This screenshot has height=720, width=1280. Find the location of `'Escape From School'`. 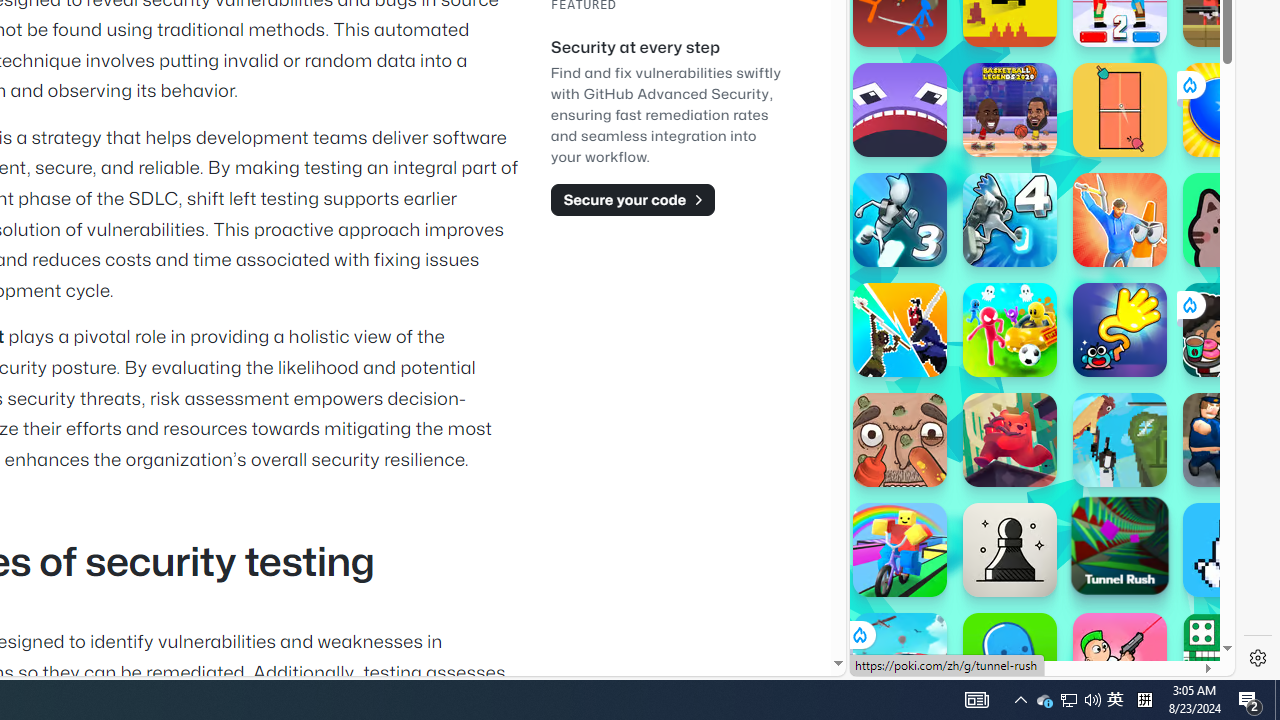

'Escape From School' is located at coordinates (1229, 438).